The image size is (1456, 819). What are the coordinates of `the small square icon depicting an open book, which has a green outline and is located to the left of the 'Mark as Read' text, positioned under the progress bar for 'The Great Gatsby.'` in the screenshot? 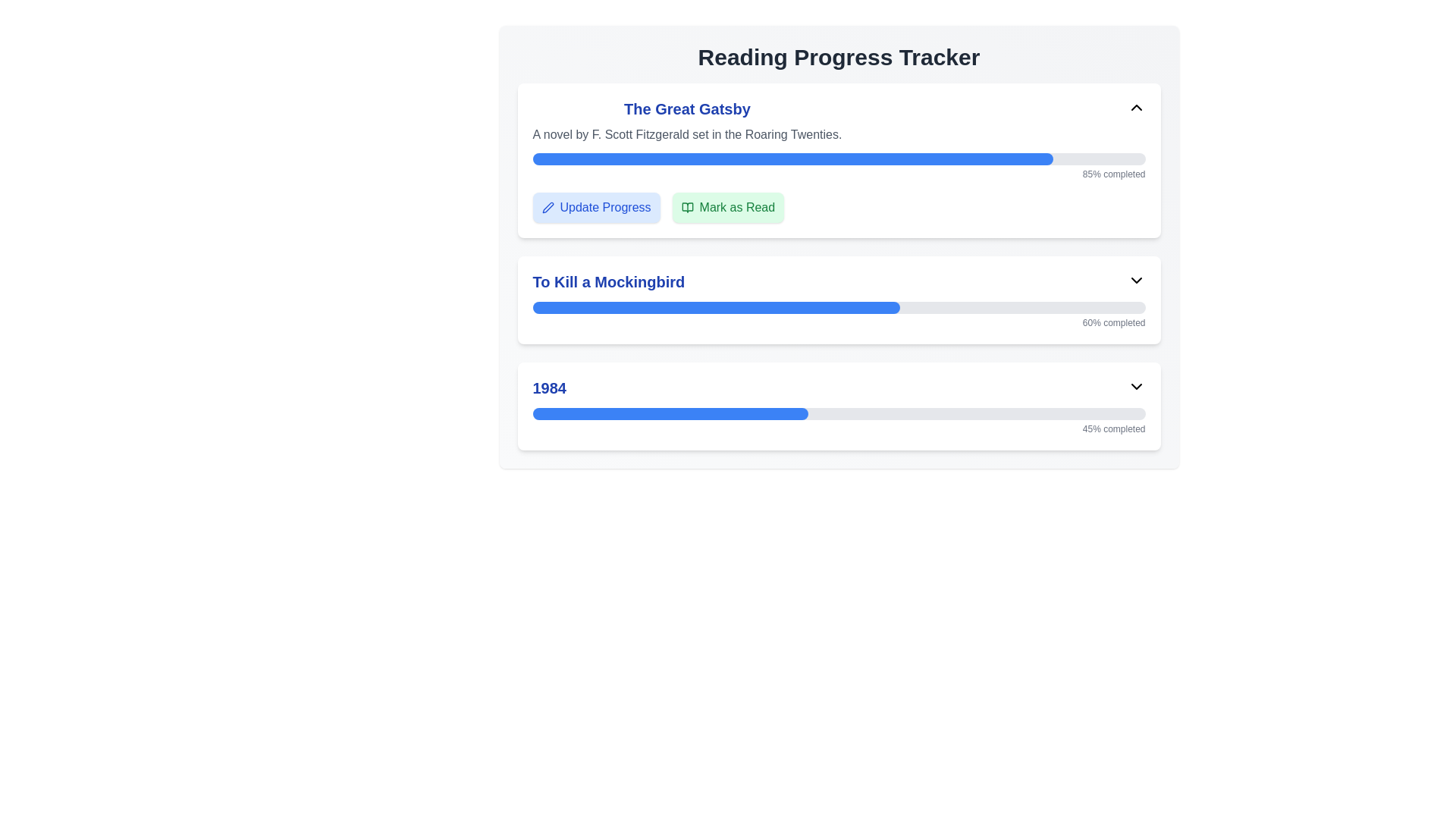 It's located at (686, 207).